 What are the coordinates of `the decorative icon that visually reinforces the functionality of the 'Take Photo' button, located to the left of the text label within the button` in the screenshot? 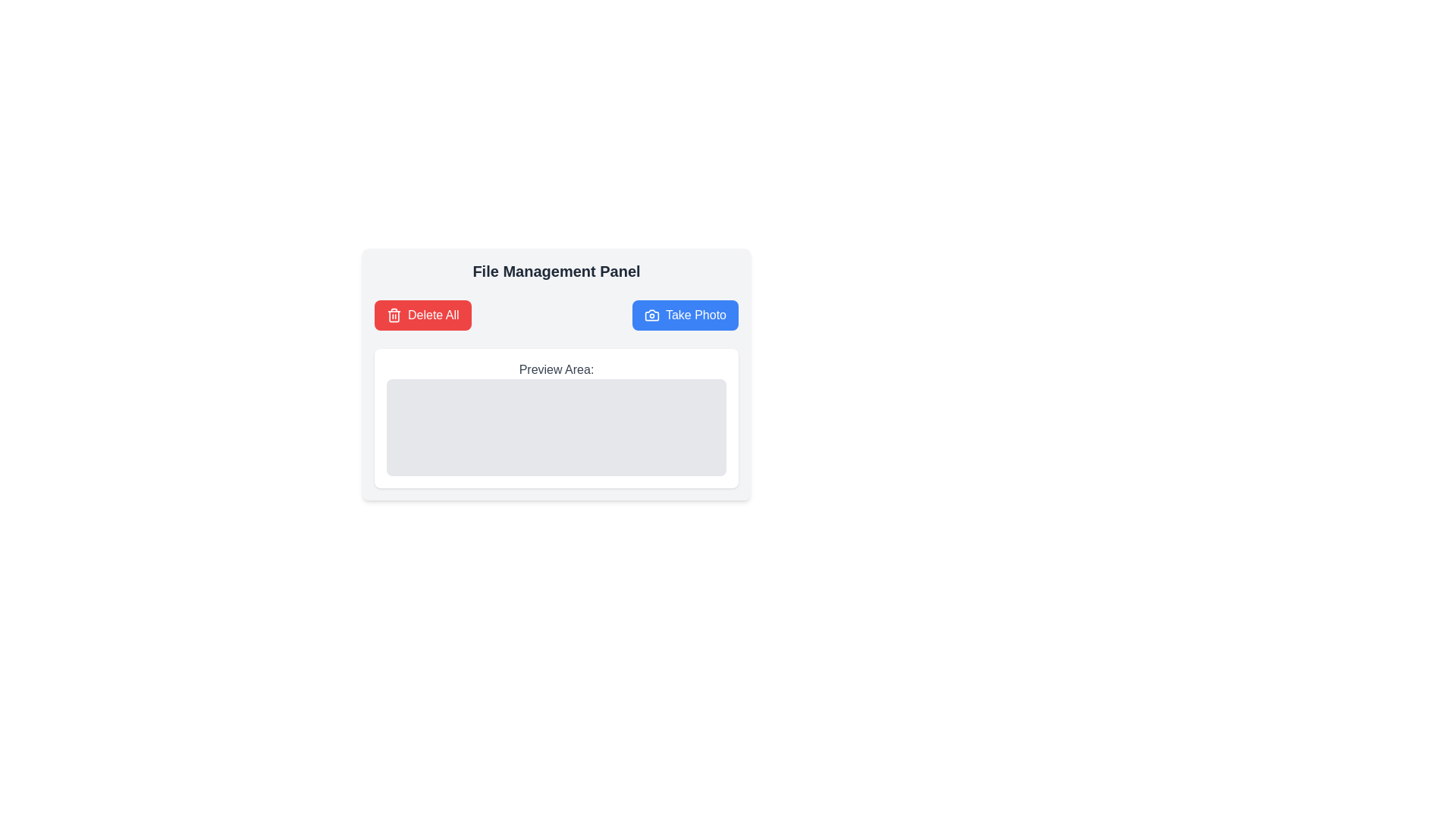 It's located at (651, 315).